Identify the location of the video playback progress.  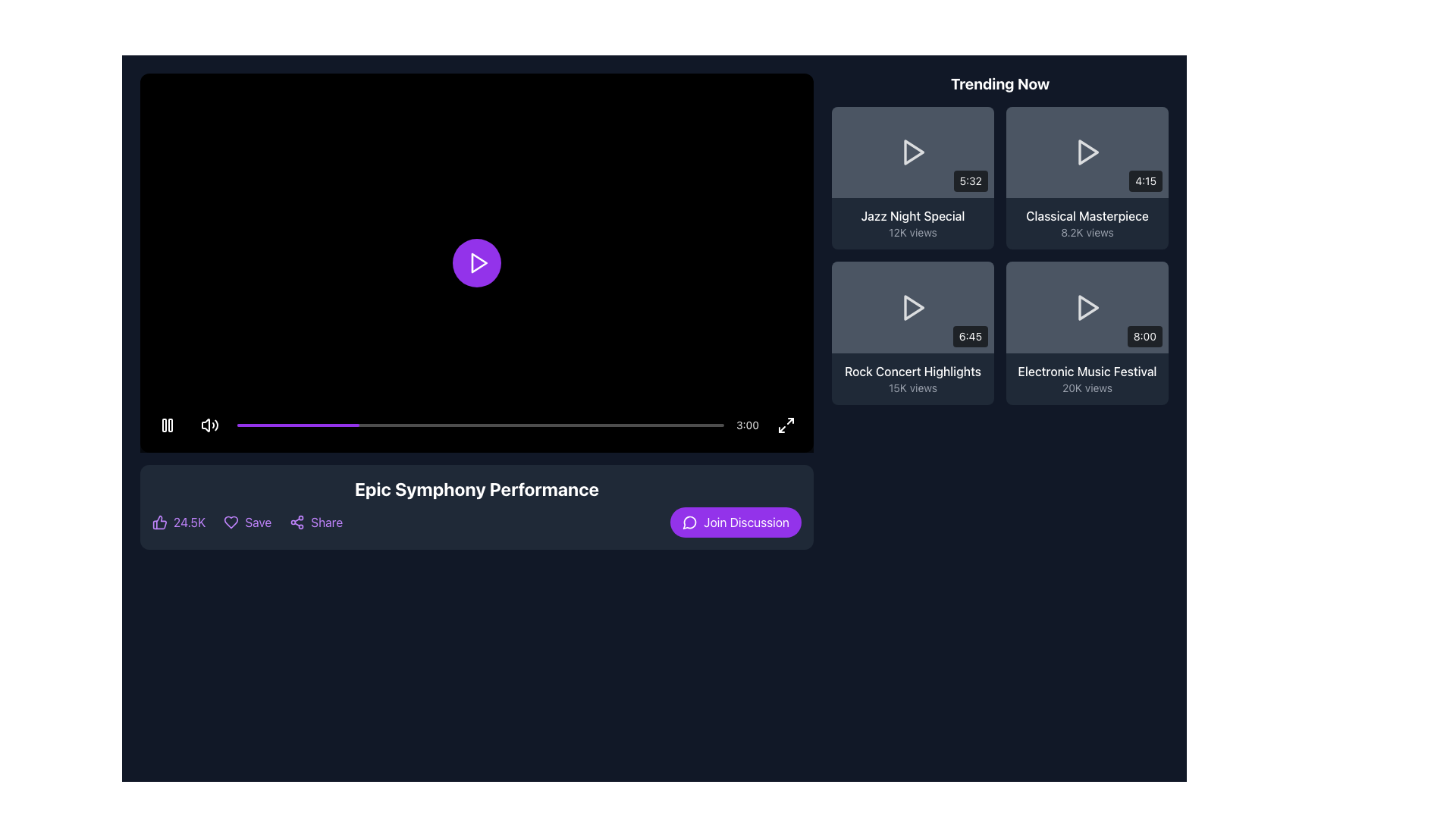
(281, 425).